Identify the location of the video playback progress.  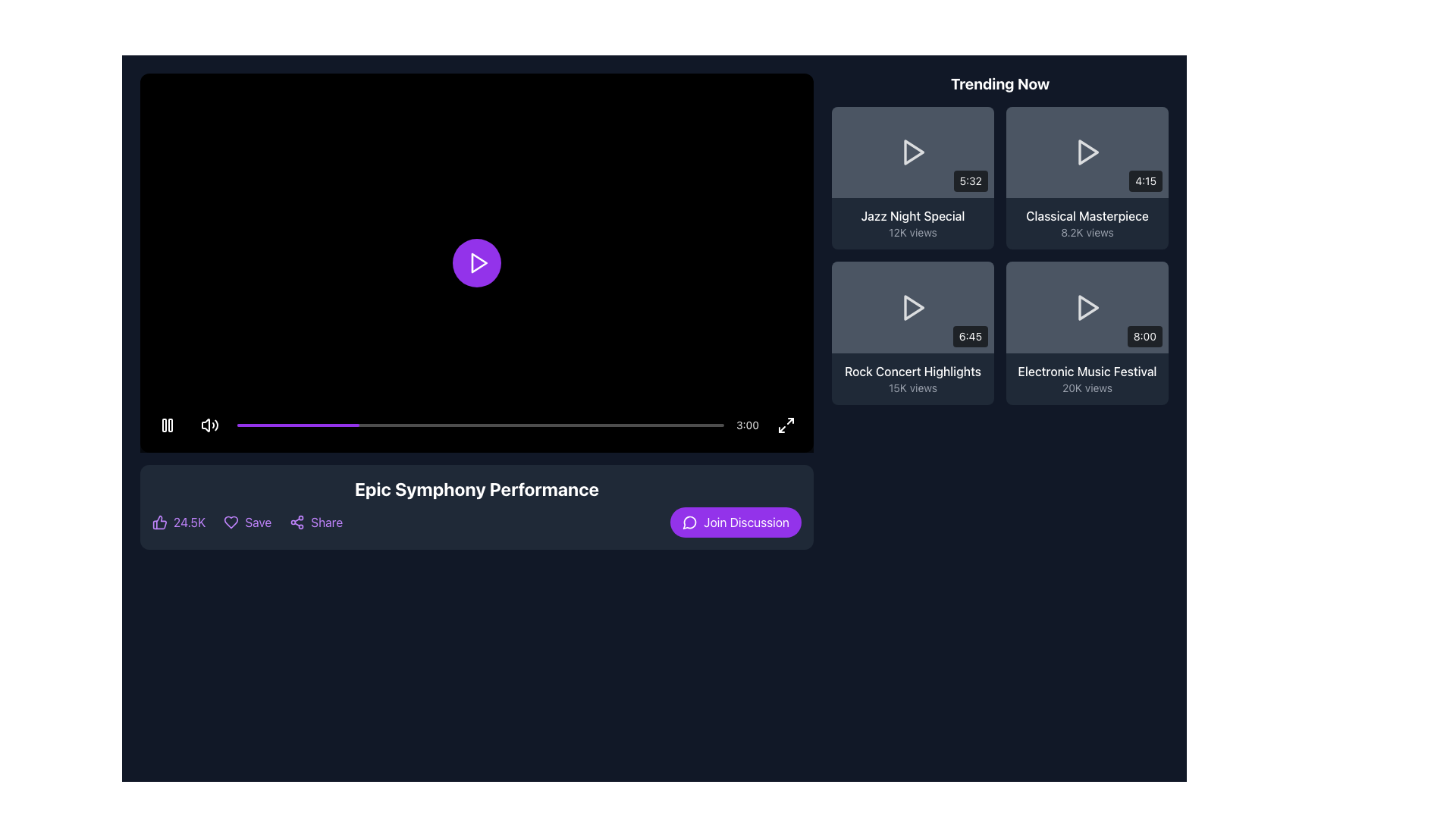
(281, 425).